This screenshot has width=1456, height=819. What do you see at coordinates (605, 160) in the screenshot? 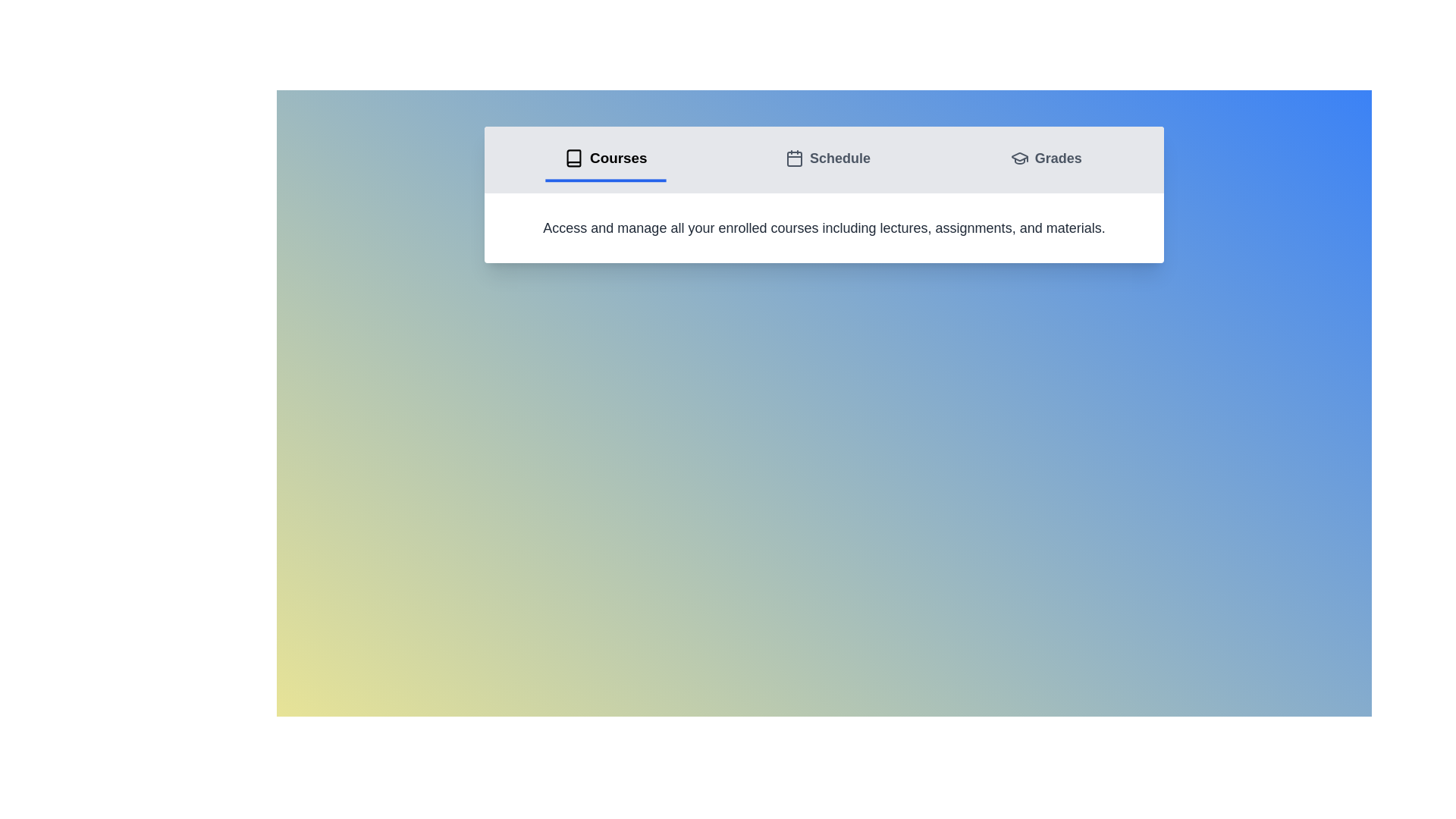
I see `the tab labeled Courses to switch to the corresponding view` at bounding box center [605, 160].